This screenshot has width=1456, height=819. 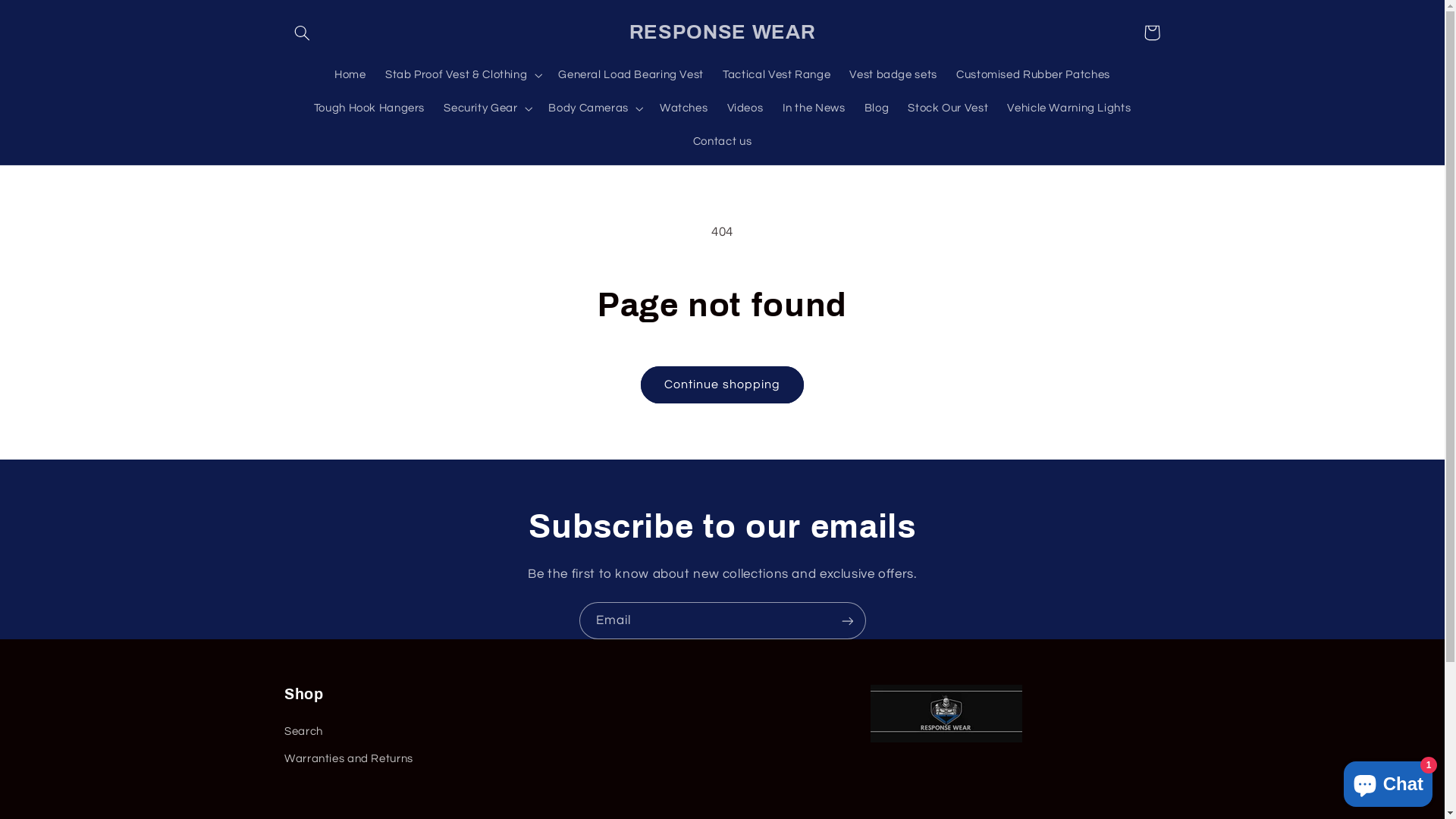 What do you see at coordinates (721, 141) in the screenshot?
I see `'Contact us'` at bounding box center [721, 141].